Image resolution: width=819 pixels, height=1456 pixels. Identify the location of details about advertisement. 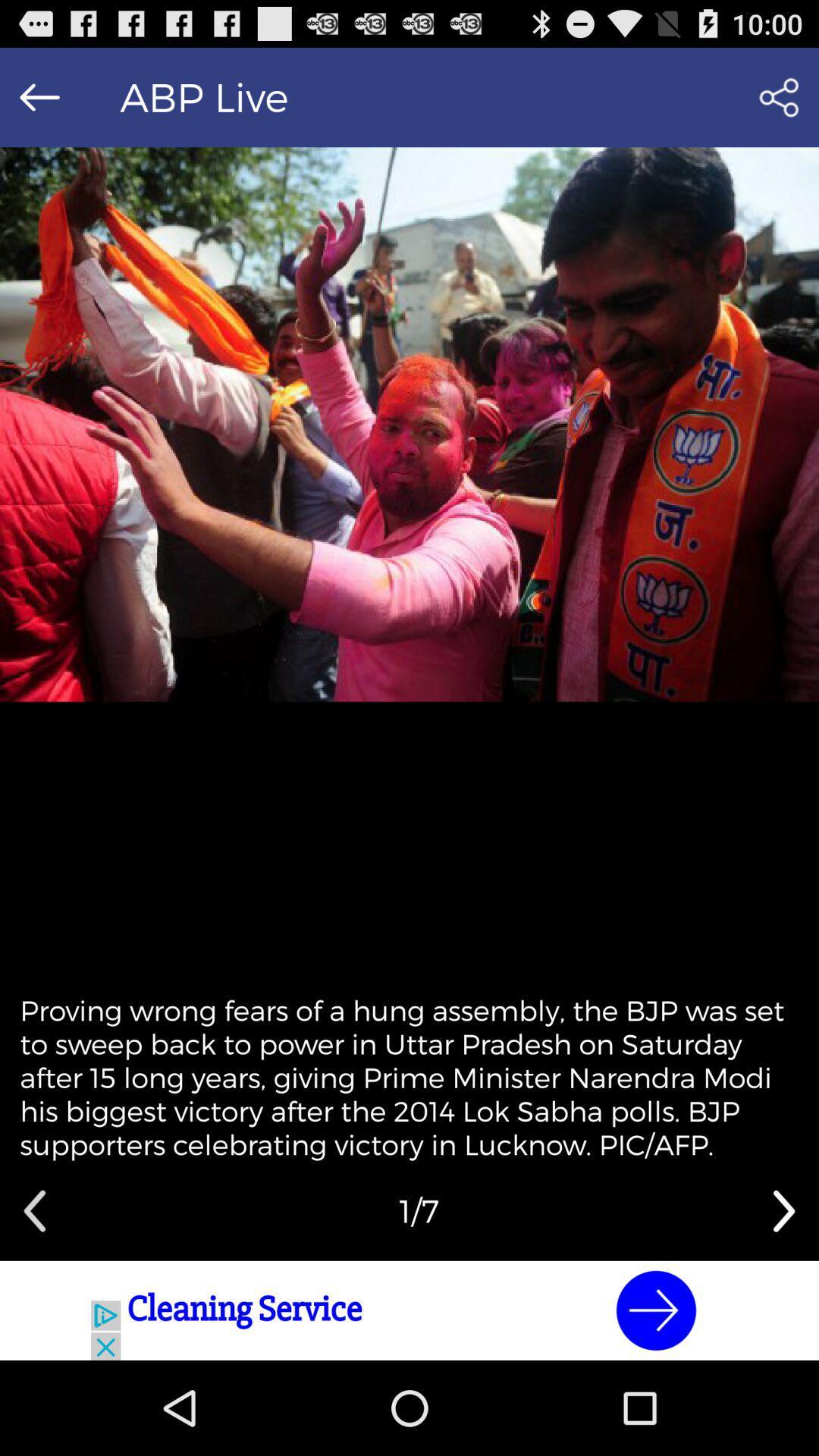
(409, 1310).